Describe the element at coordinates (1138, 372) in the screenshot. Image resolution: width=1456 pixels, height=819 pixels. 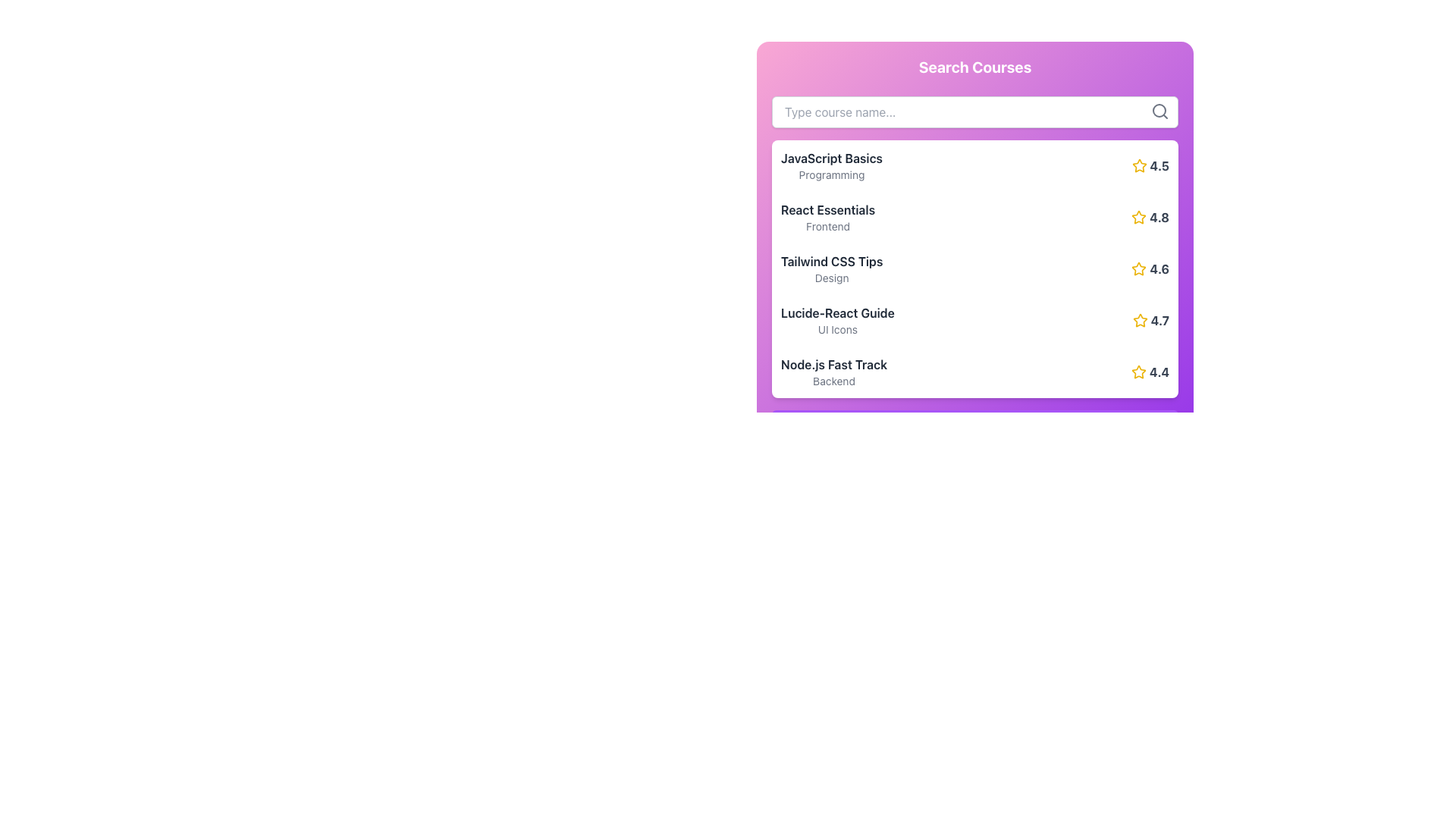
I see `the yellow star icon representing ratings for the 'Node.js Fast Track' course` at that location.